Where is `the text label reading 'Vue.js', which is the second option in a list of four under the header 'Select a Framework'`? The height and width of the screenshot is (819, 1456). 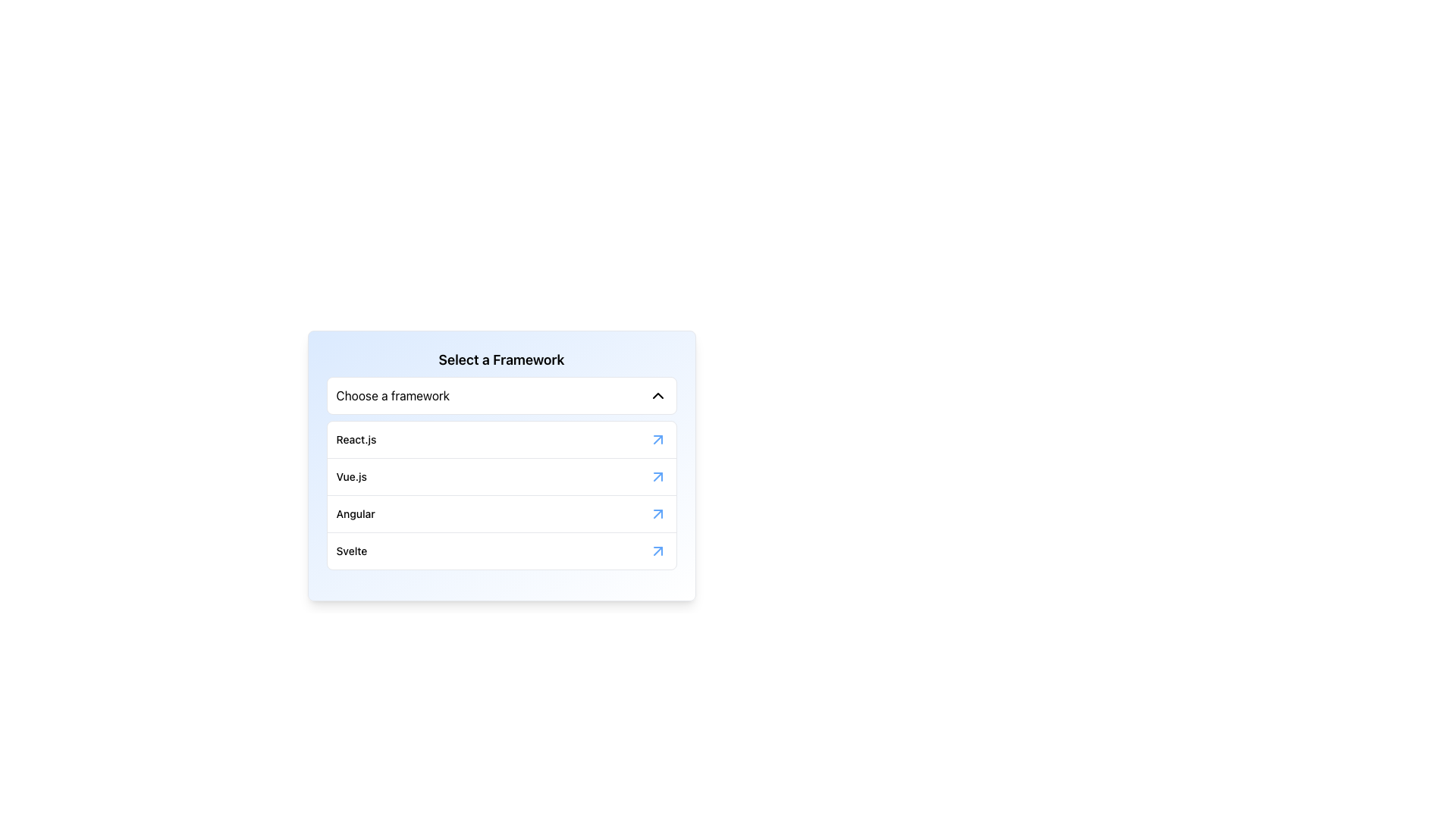 the text label reading 'Vue.js', which is the second option in a list of four under the header 'Select a Framework' is located at coordinates (350, 475).